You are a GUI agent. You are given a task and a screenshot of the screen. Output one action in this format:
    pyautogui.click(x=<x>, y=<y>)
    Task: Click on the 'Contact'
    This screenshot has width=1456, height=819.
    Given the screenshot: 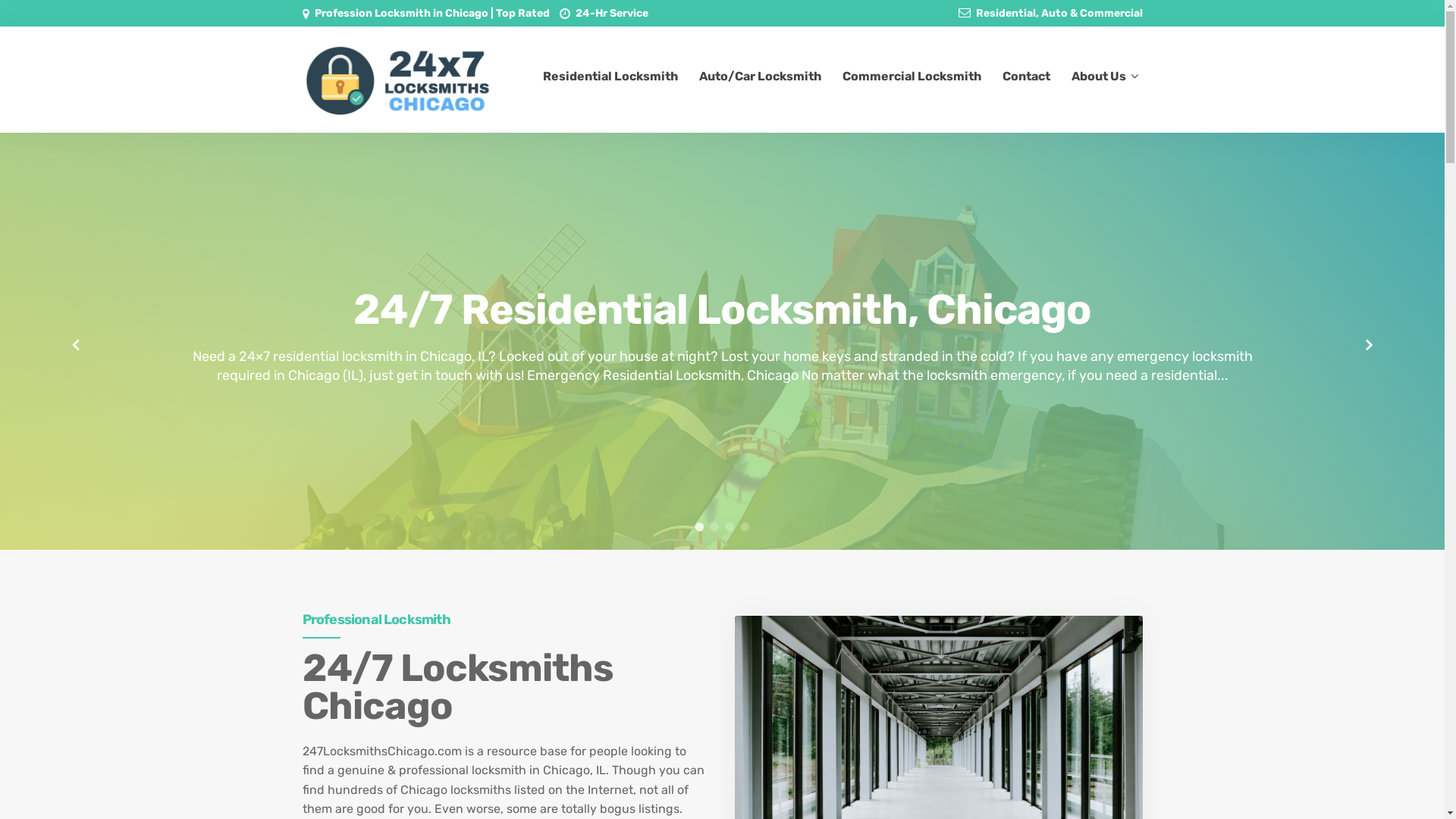 What is the action you would take?
    pyautogui.click(x=1026, y=76)
    